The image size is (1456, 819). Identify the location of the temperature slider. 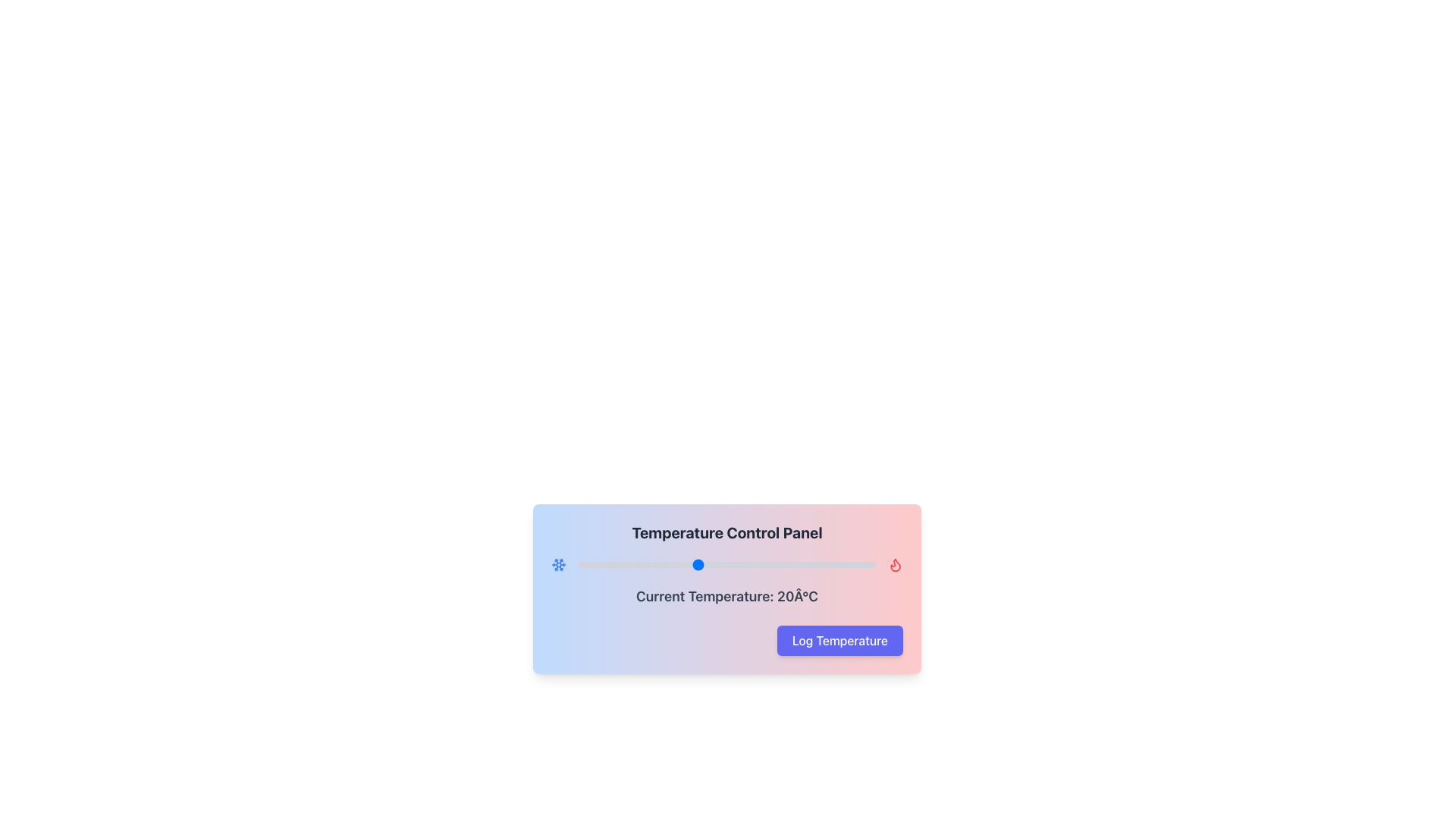
(808, 564).